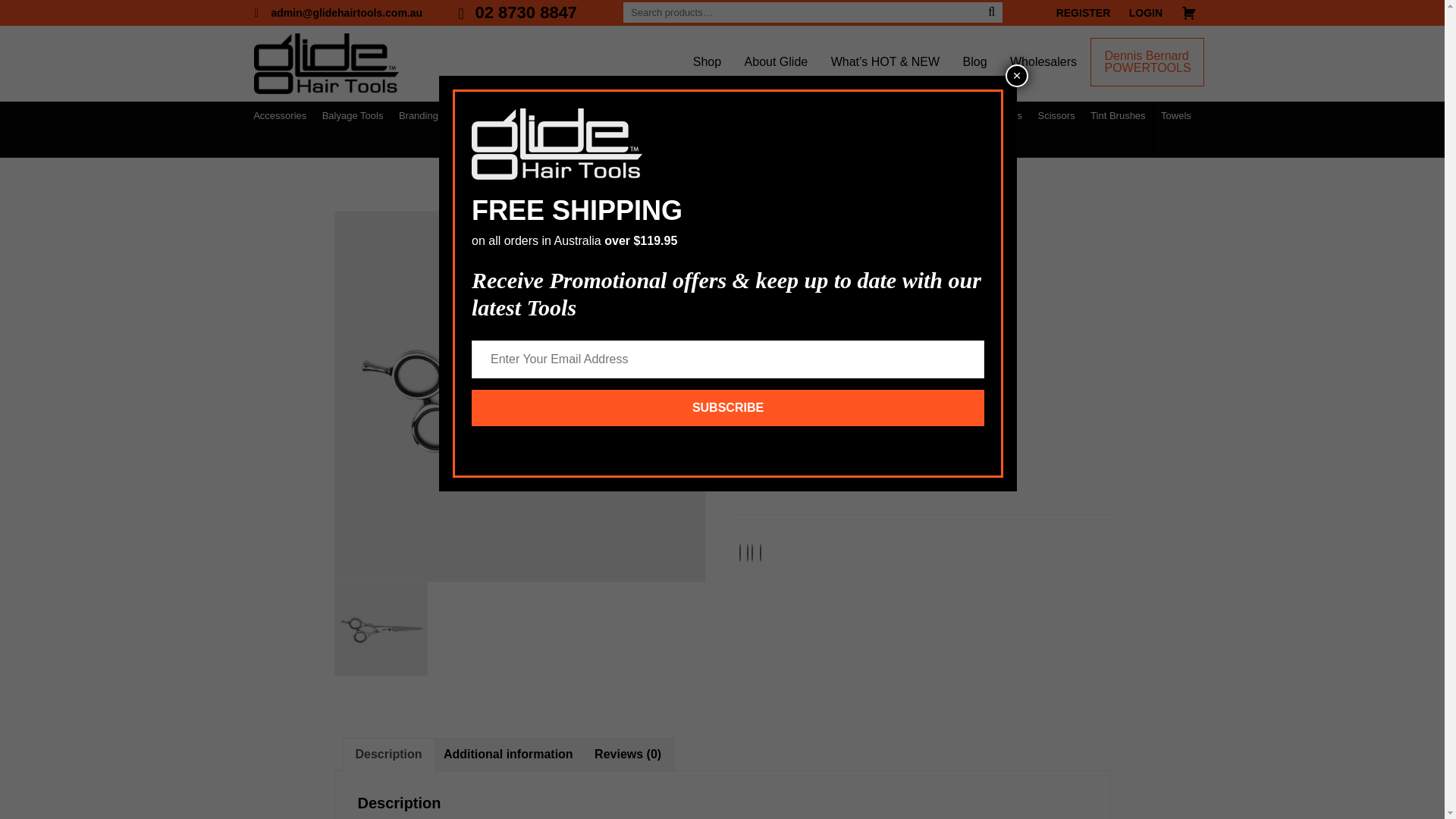 This screenshot has height=819, width=1456. What do you see at coordinates (682, 61) in the screenshot?
I see `'Shop'` at bounding box center [682, 61].